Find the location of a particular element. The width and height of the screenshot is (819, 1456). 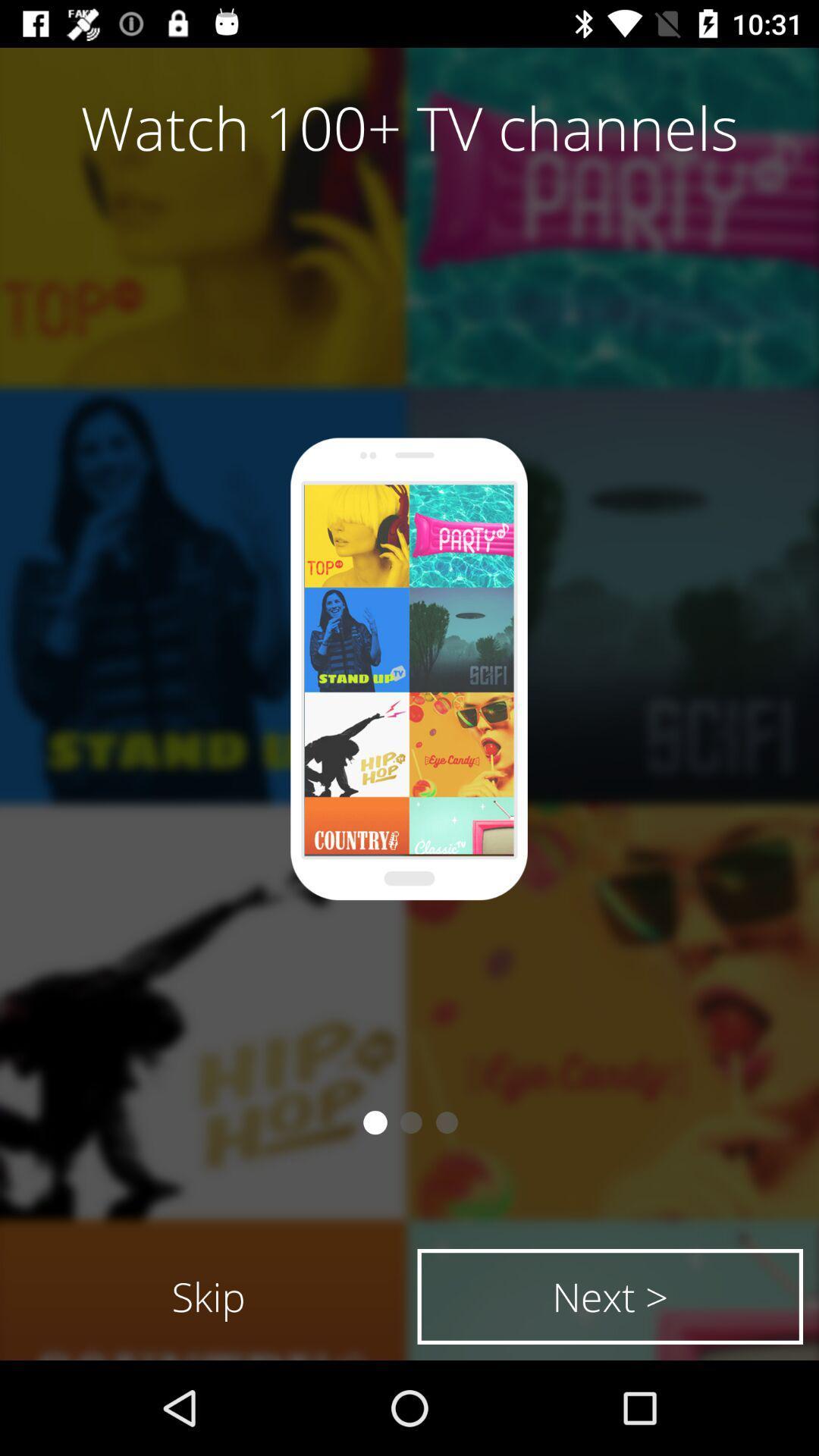

next > is located at coordinates (609, 1295).